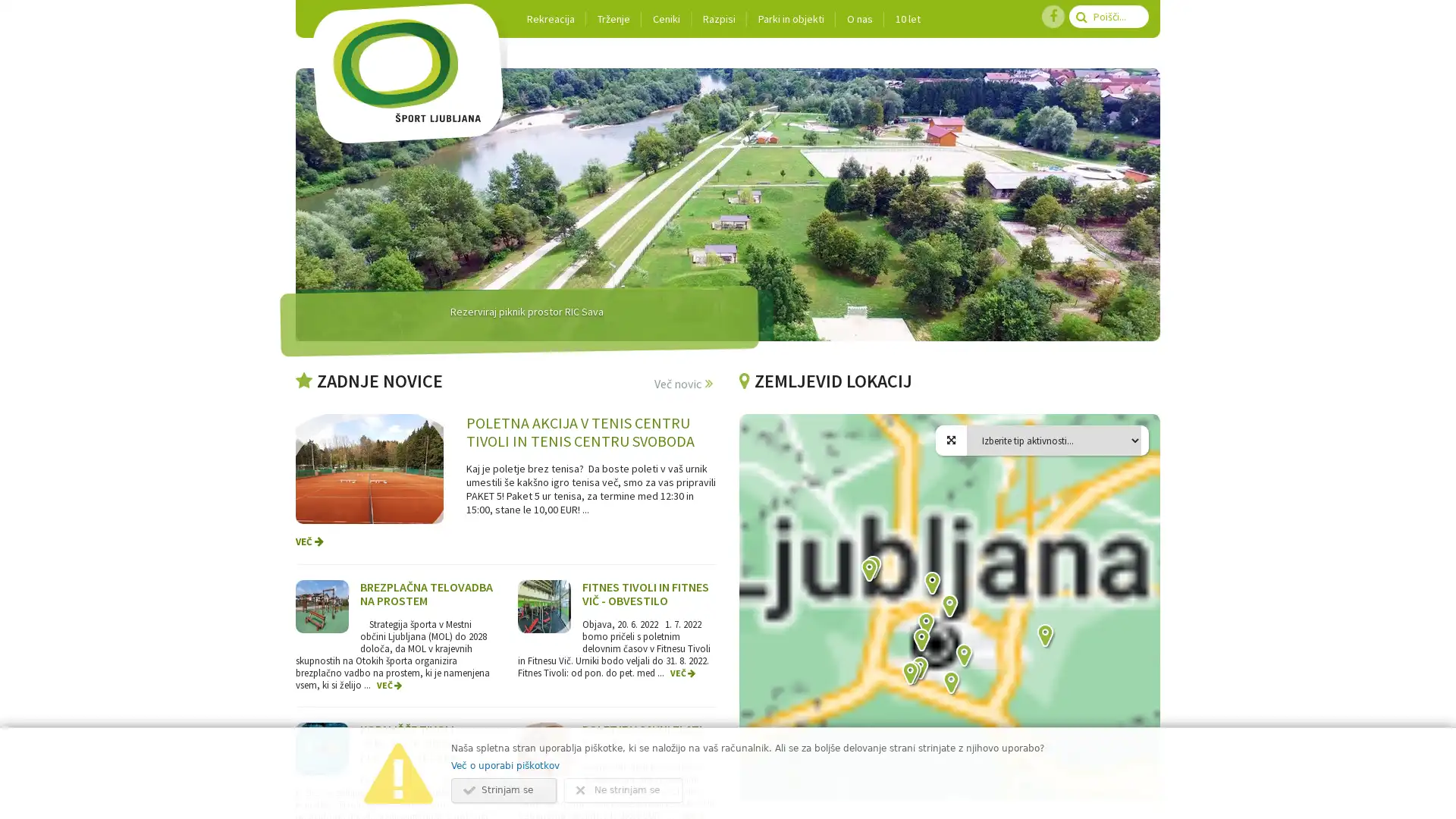 The height and width of the screenshot is (819, 1456). I want to click on Kako do nas?, so click(962, 656).